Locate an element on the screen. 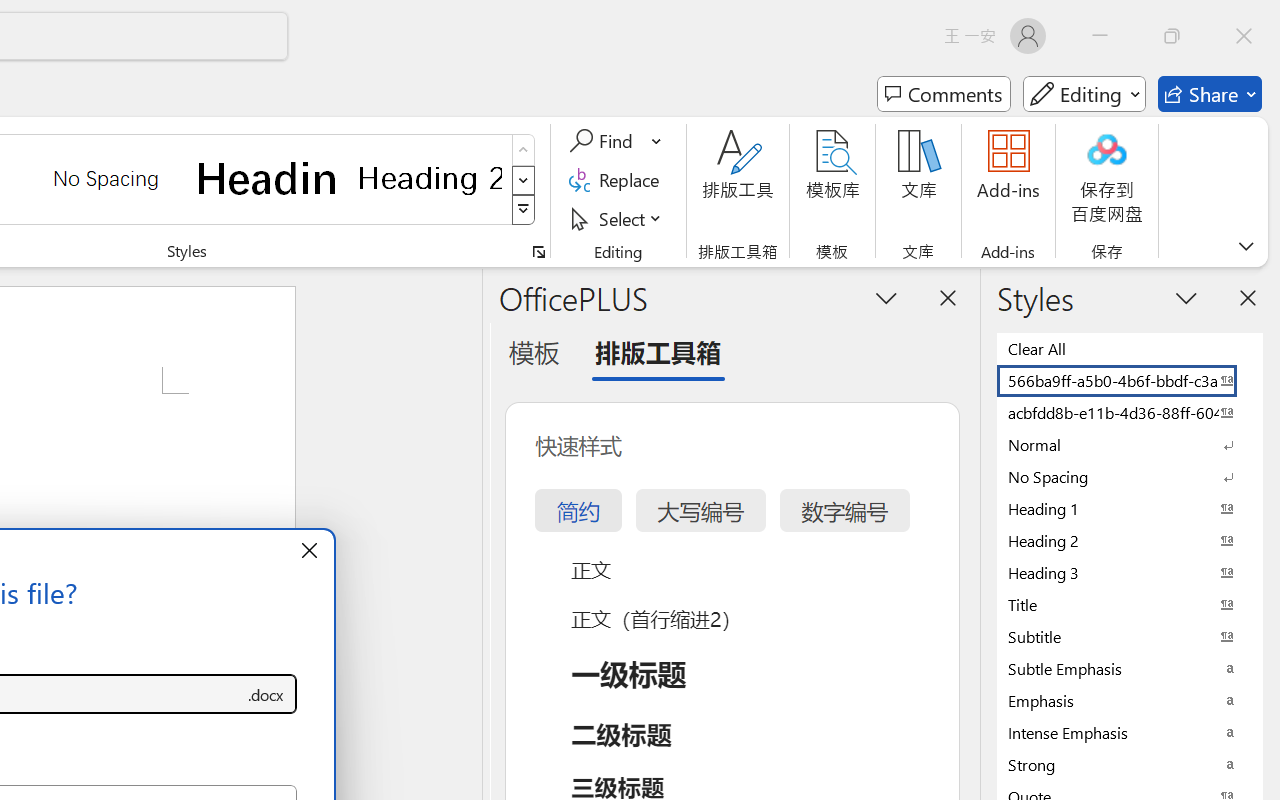 This screenshot has width=1280, height=800. 'Row Down' is located at coordinates (523, 179).